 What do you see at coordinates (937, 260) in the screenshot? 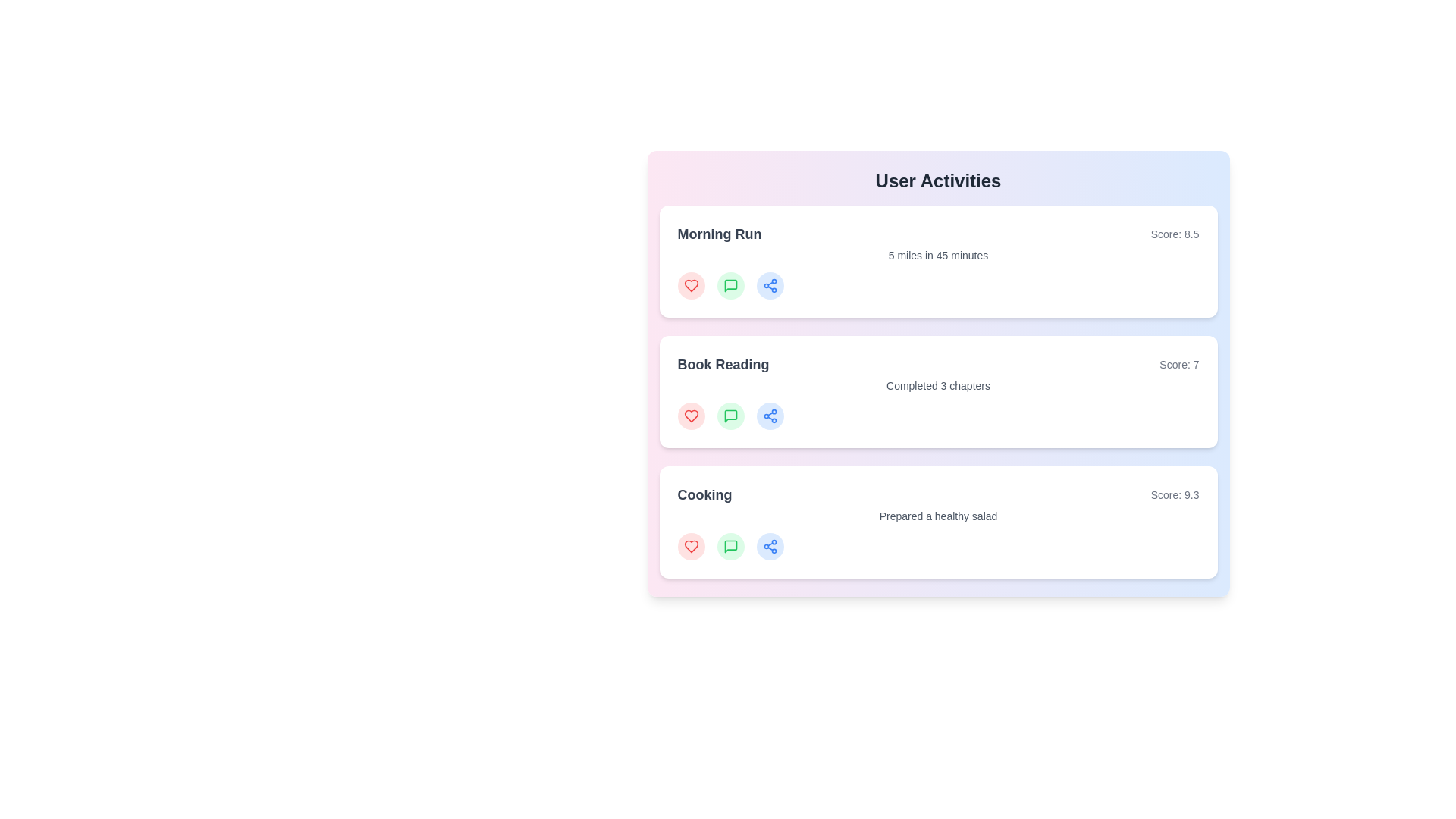
I see `the activity card for 'Morning Run'` at bounding box center [937, 260].